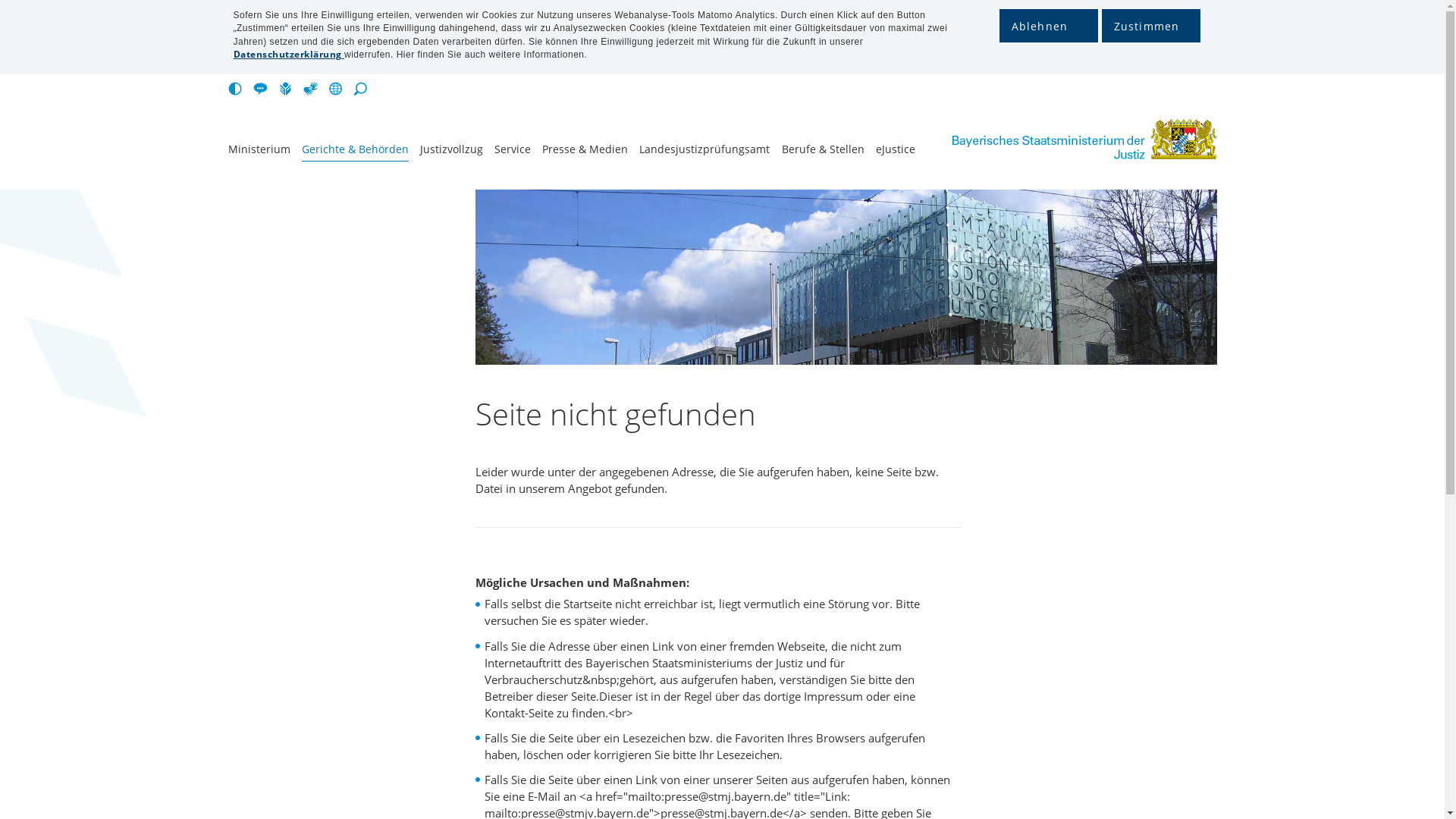  Describe the element at coordinates (337, 88) in the screenshot. I see `'Sprachen'` at that location.